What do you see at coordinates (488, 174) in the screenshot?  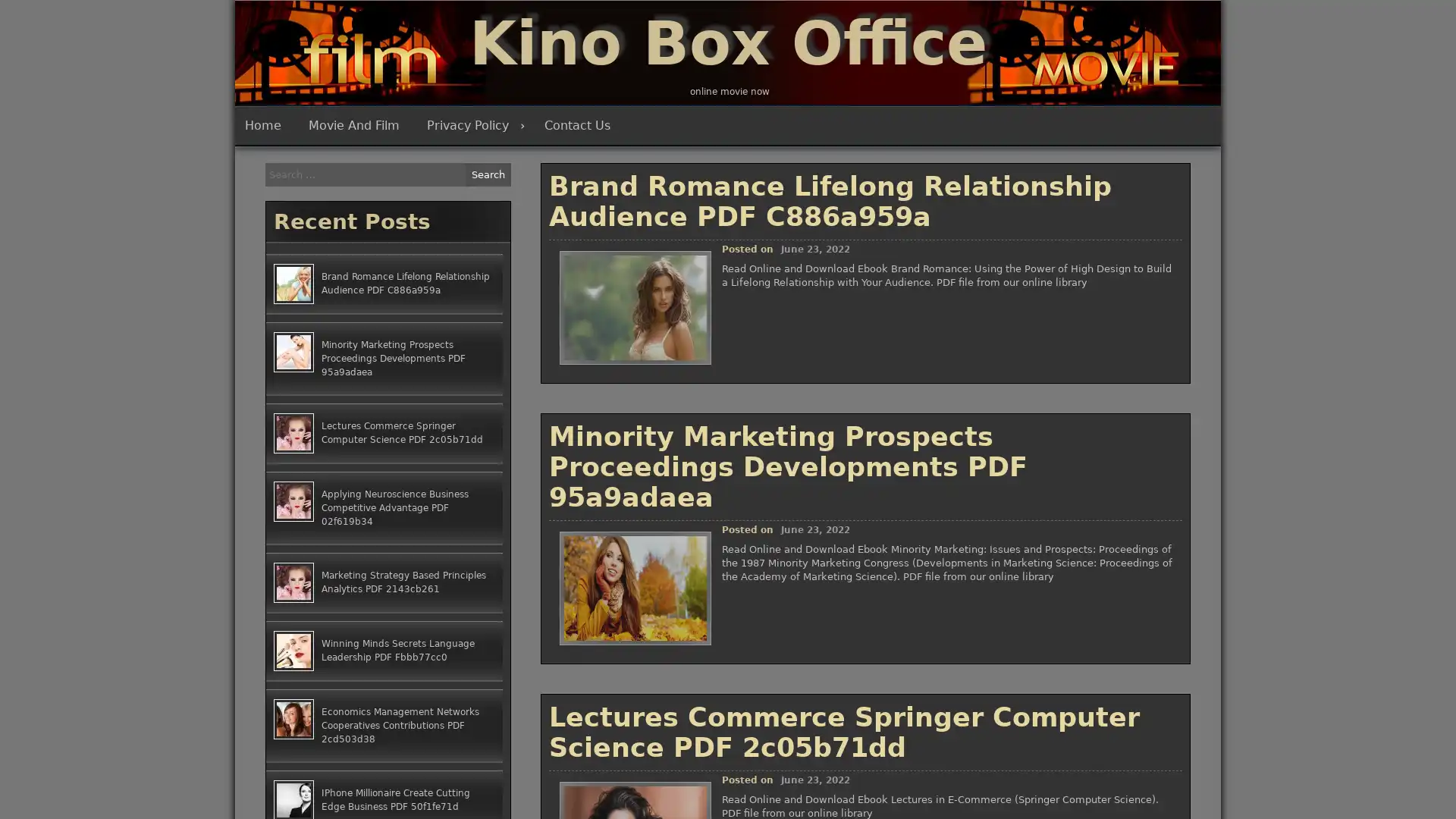 I see `Search` at bounding box center [488, 174].